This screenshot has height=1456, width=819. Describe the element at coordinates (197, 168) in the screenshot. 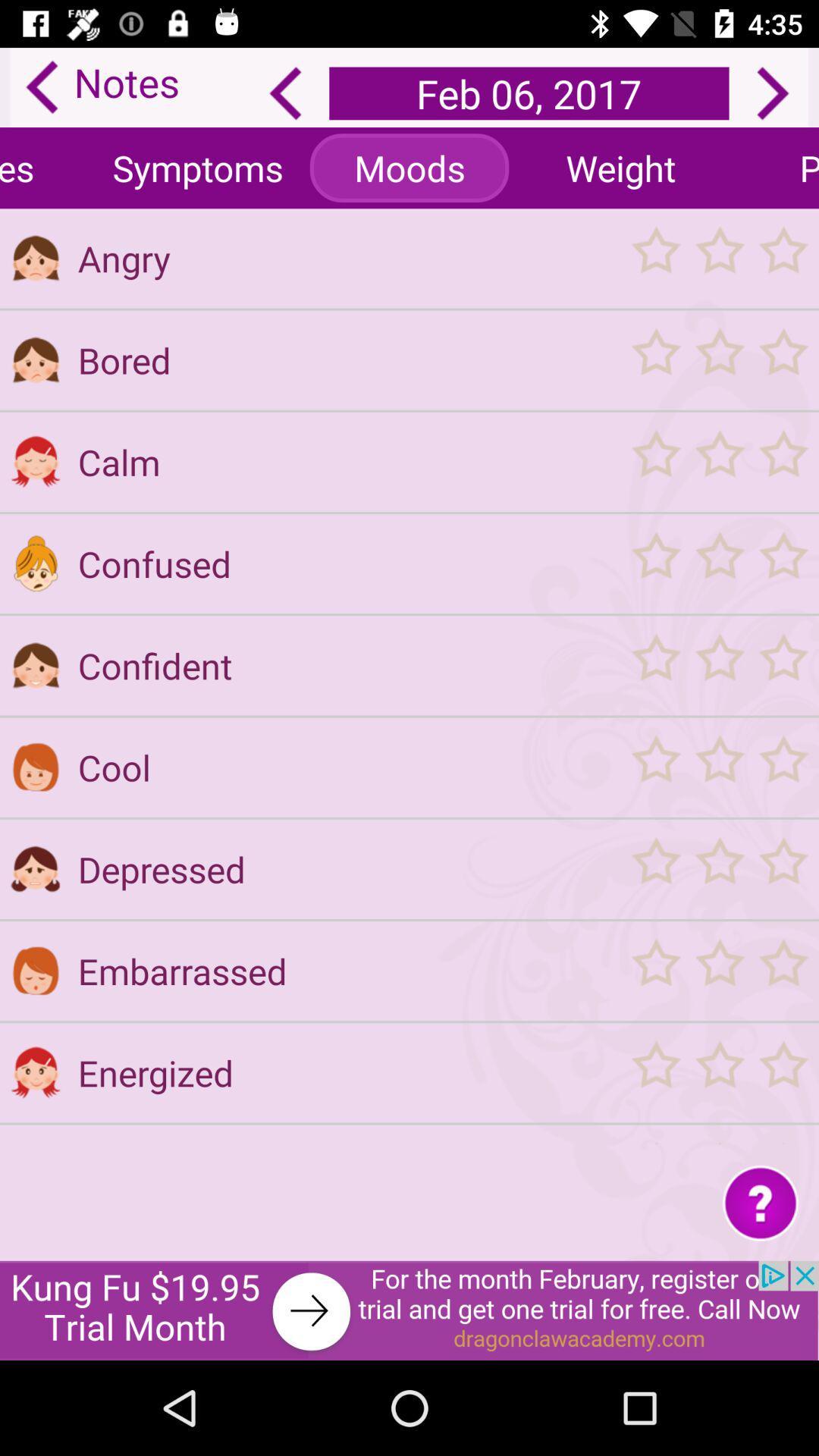

I see `option symptoms on a page` at that location.